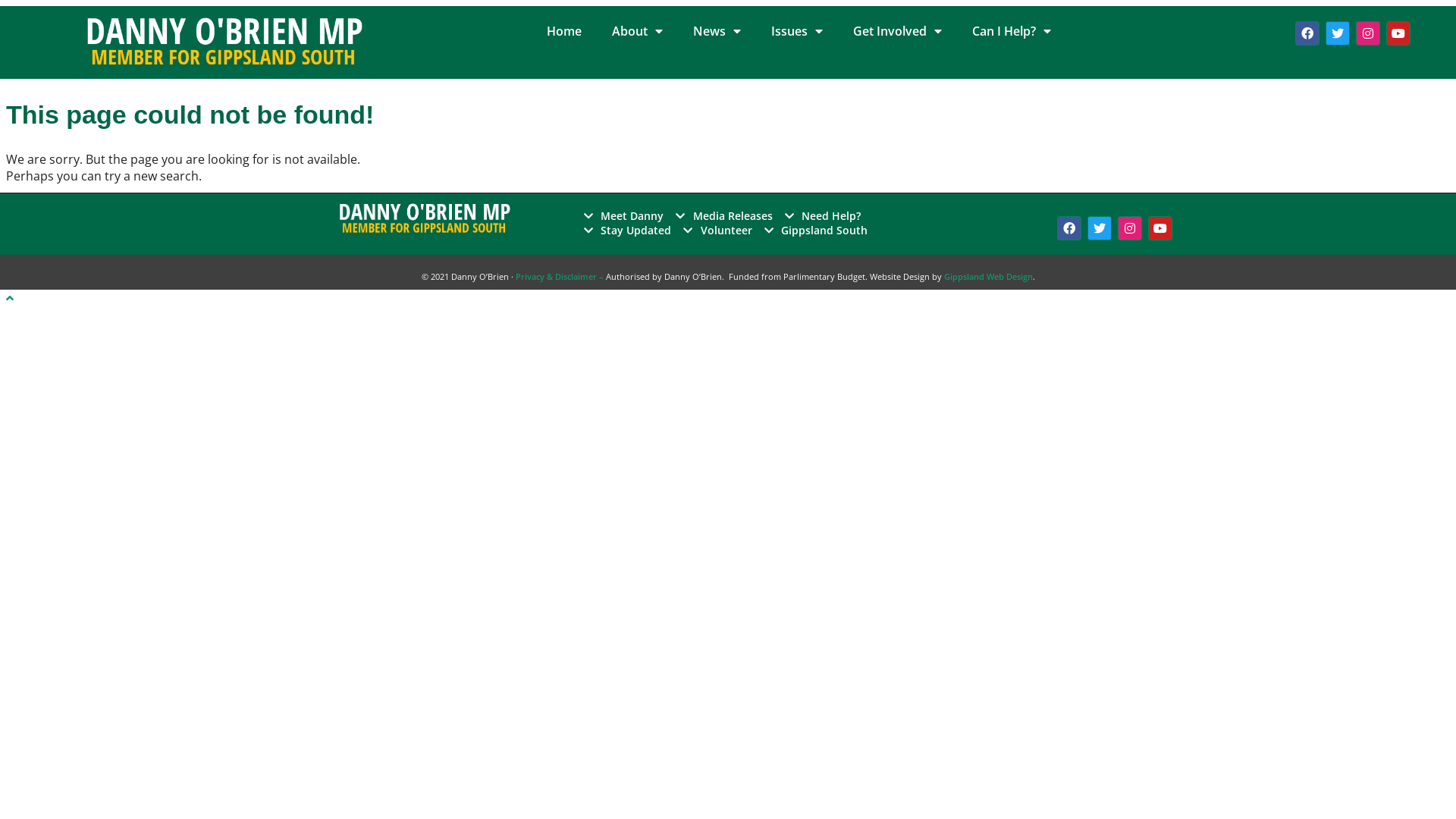 Image resolution: width=1456 pixels, height=819 pixels. What do you see at coordinates (822, 215) in the screenshot?
I see `'Need Help?'` at bounding box center [822, 215].